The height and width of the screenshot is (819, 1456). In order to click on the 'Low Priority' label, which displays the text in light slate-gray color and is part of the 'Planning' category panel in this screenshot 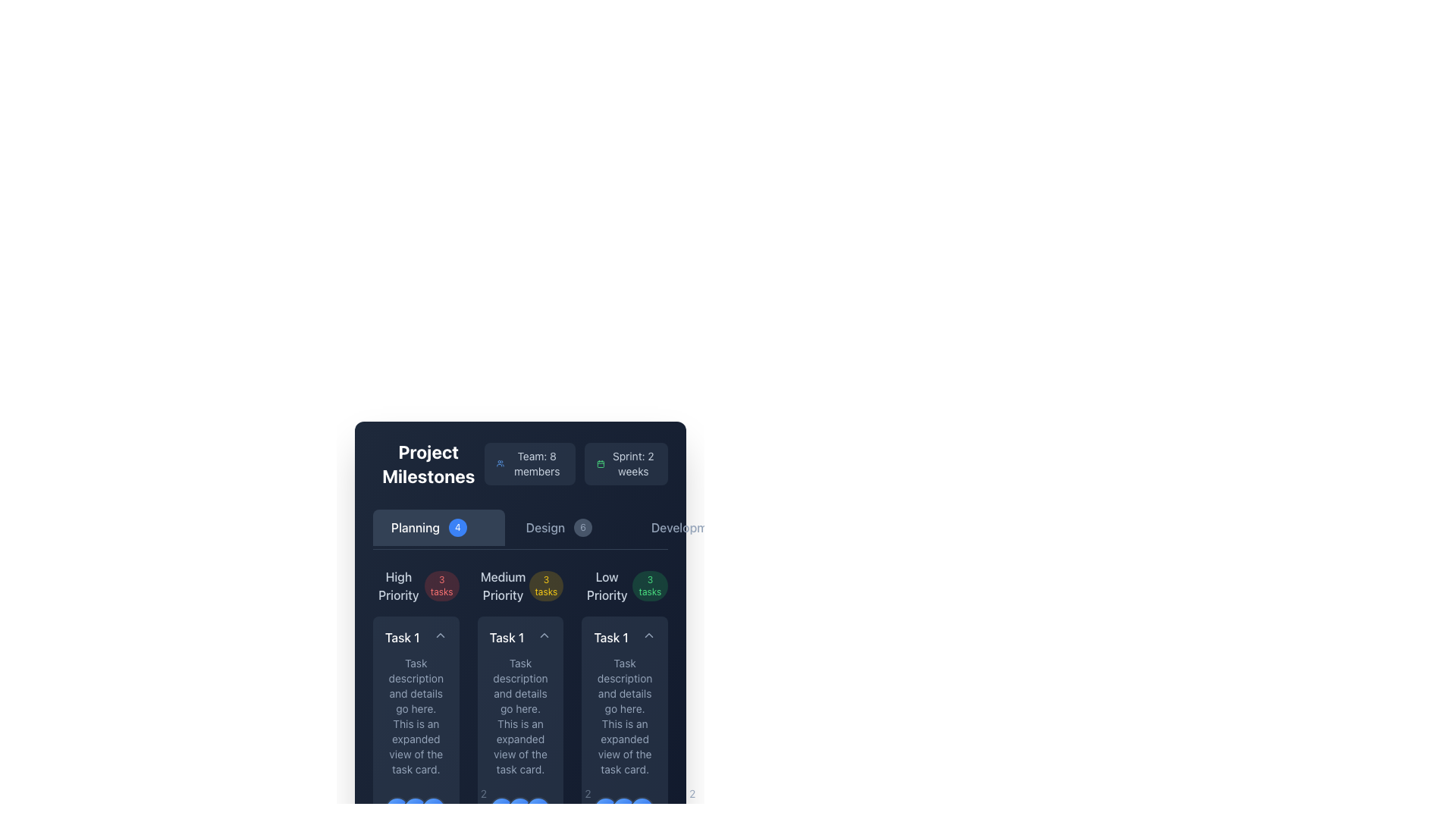, I will do `click(607, 585)`.